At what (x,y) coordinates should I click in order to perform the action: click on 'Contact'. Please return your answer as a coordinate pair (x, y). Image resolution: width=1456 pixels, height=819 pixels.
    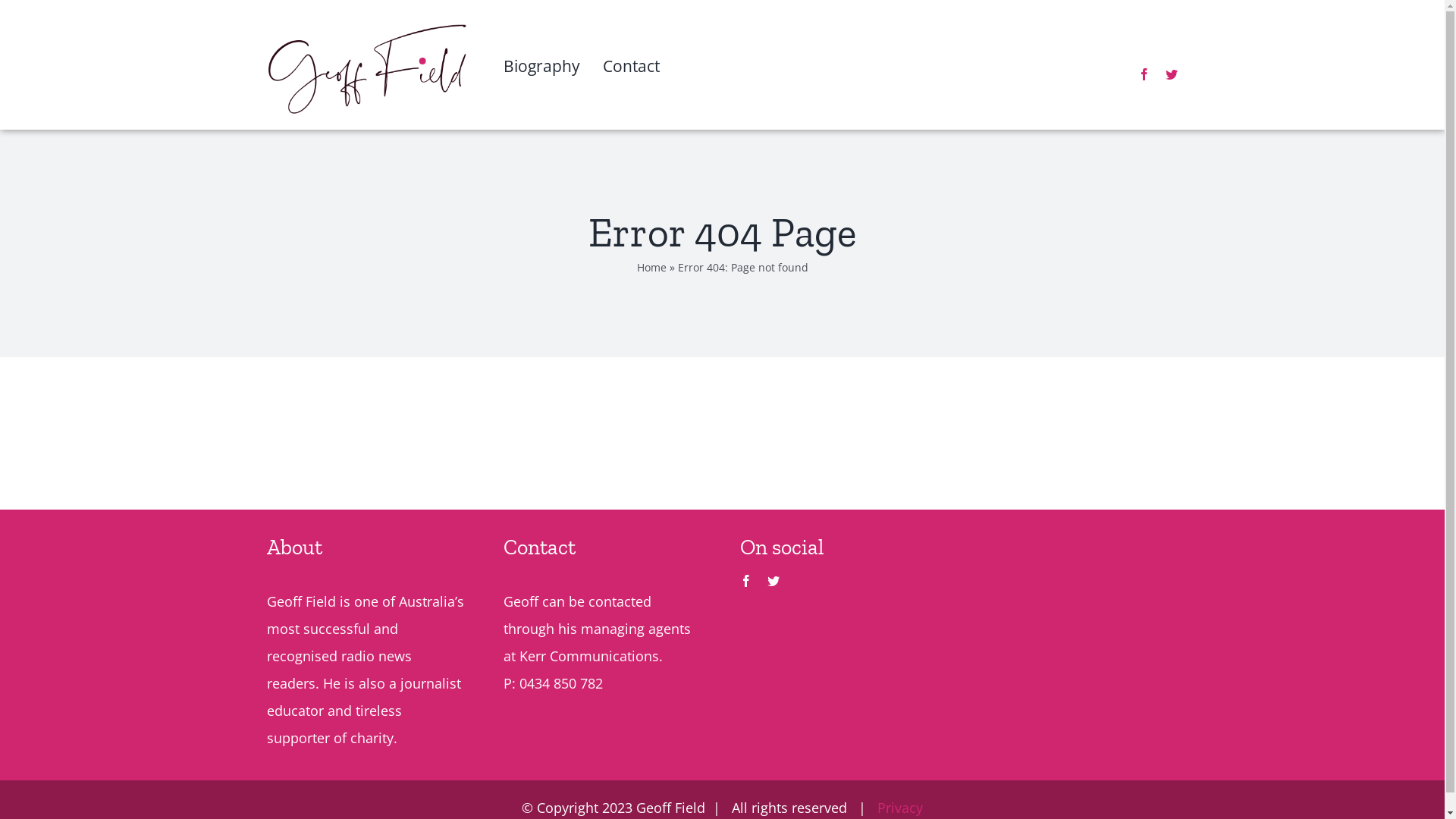
    Looking at the image, I should click on (631, 89).